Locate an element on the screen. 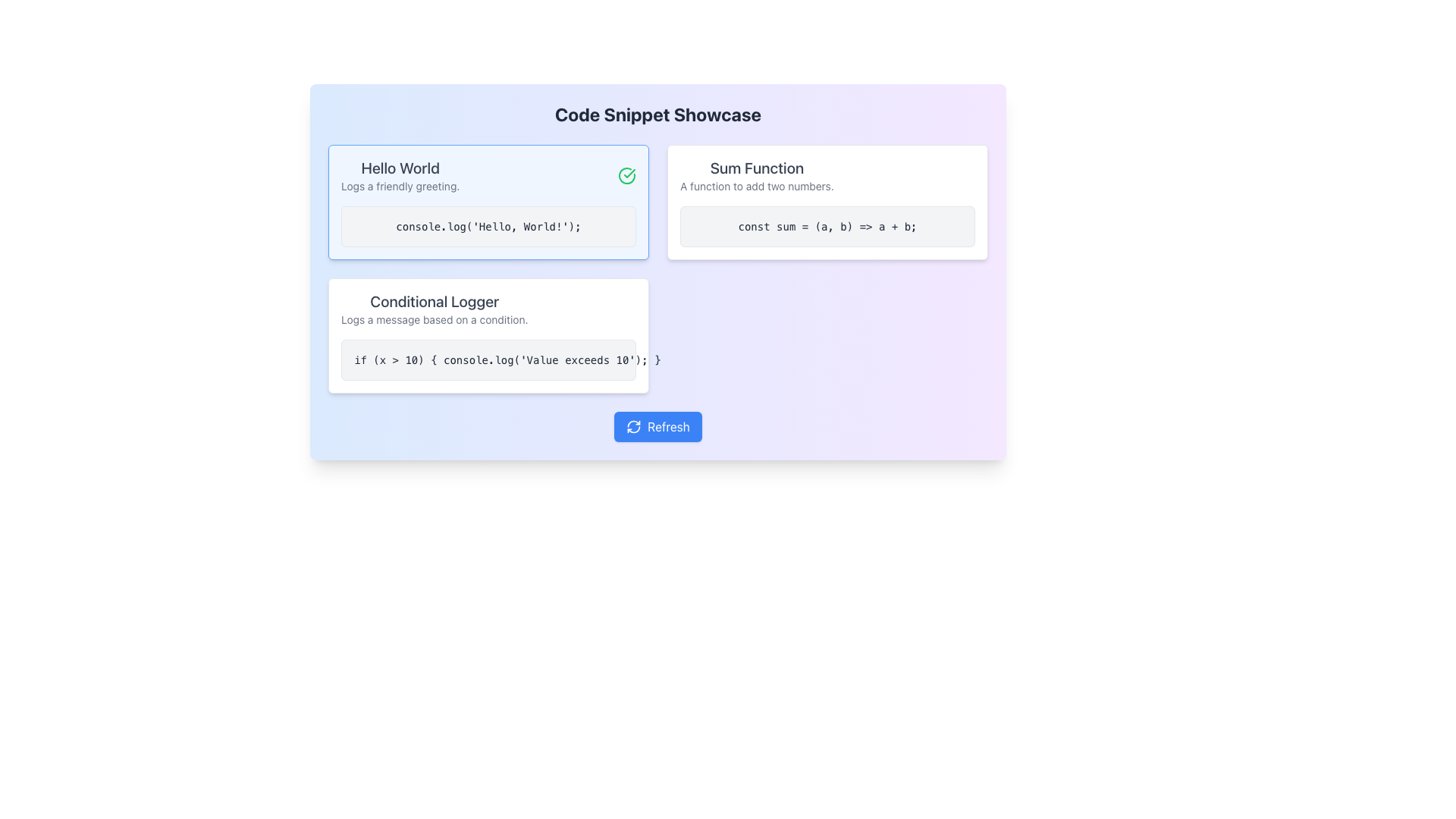 This screenshot has width=1456, height=819. the validation icon located at the top-right corner of the 'Hello World' panel is located at coordinates (626, 174).